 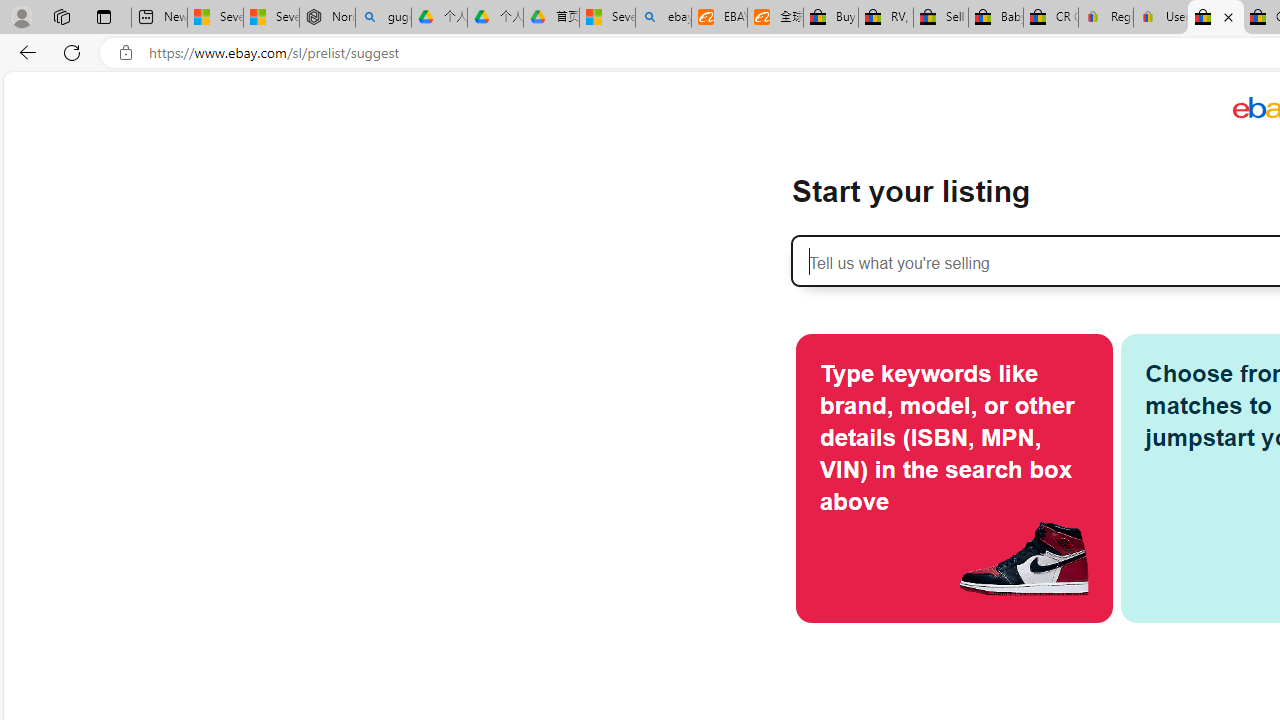 I want to click on 'Buy Auto Parts & Accessories | eBay', so click(x=830, y=17).